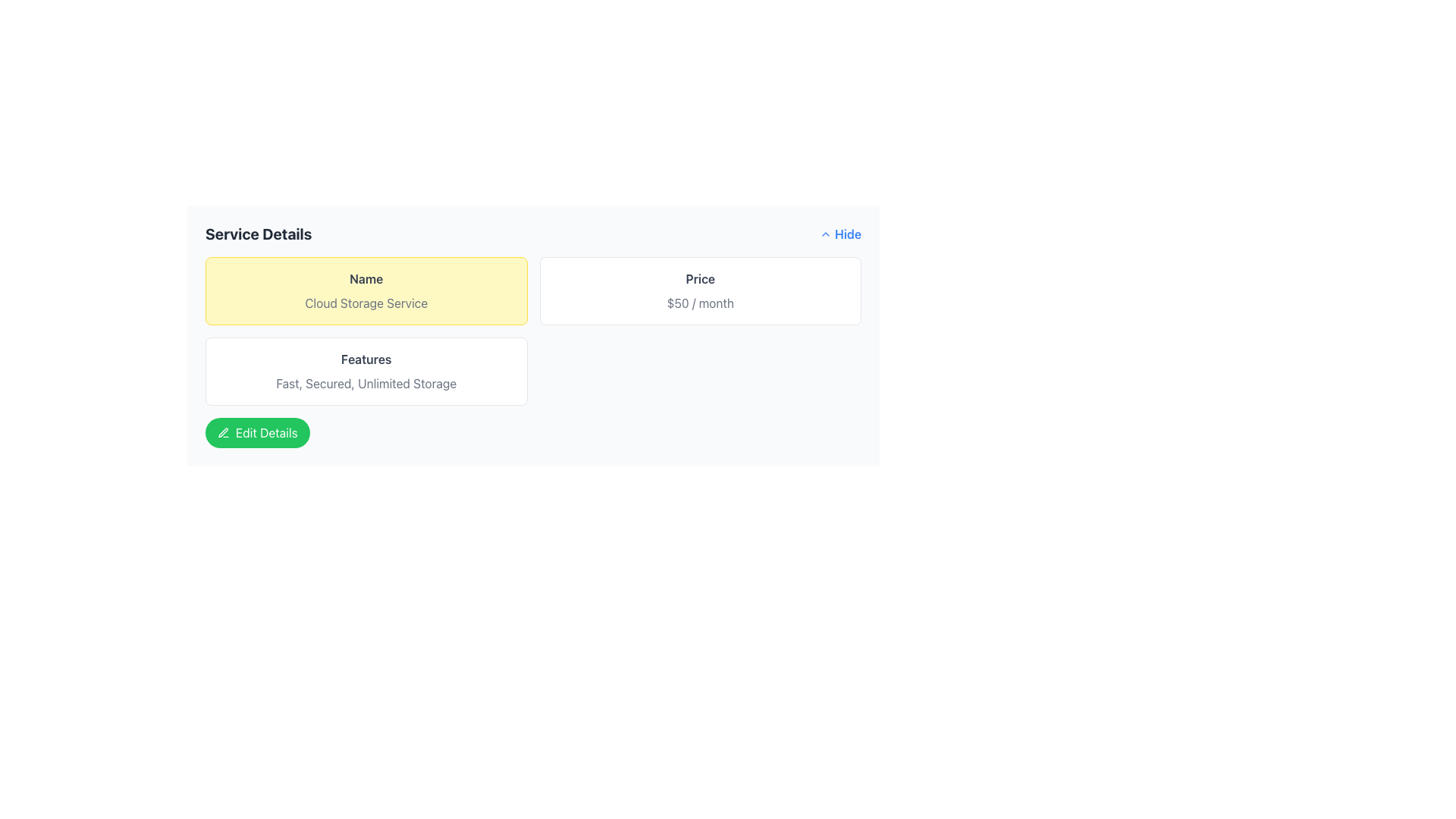  Describe the element at coordinates (222, 432) in the screenshot. I see `the edit icon located to the left of the 'Edit Details' button at the bottom-left of the interface` at that location.